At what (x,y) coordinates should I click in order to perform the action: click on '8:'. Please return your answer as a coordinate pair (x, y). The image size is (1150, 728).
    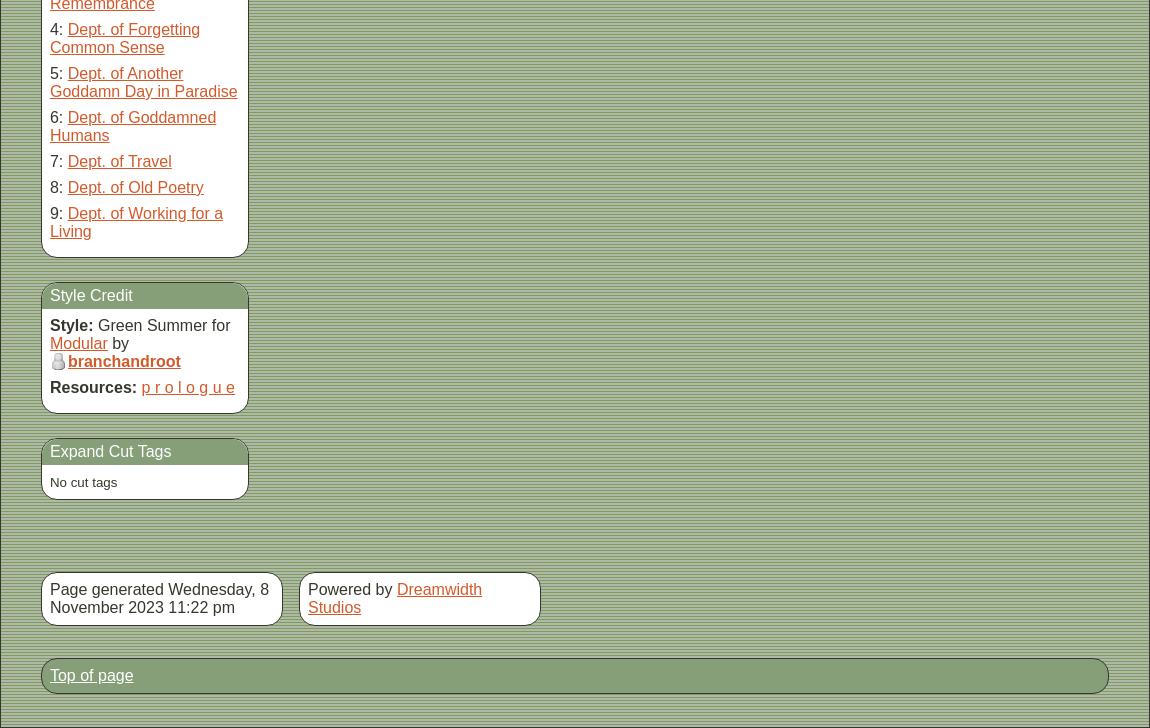
    Looking at the image, I should click on (55, 186).